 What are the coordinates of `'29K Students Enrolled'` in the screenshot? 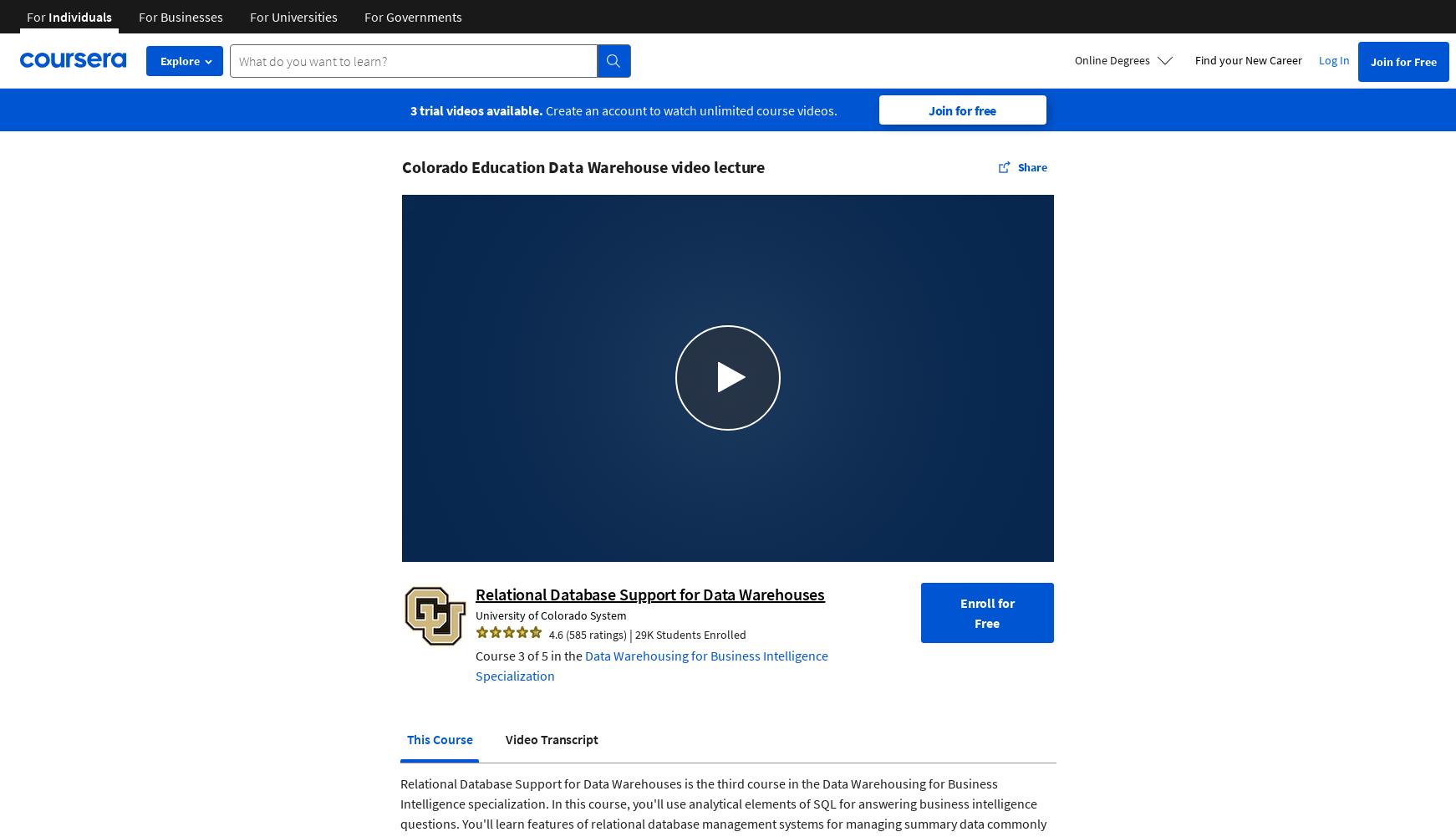 It's located at (690, 633).